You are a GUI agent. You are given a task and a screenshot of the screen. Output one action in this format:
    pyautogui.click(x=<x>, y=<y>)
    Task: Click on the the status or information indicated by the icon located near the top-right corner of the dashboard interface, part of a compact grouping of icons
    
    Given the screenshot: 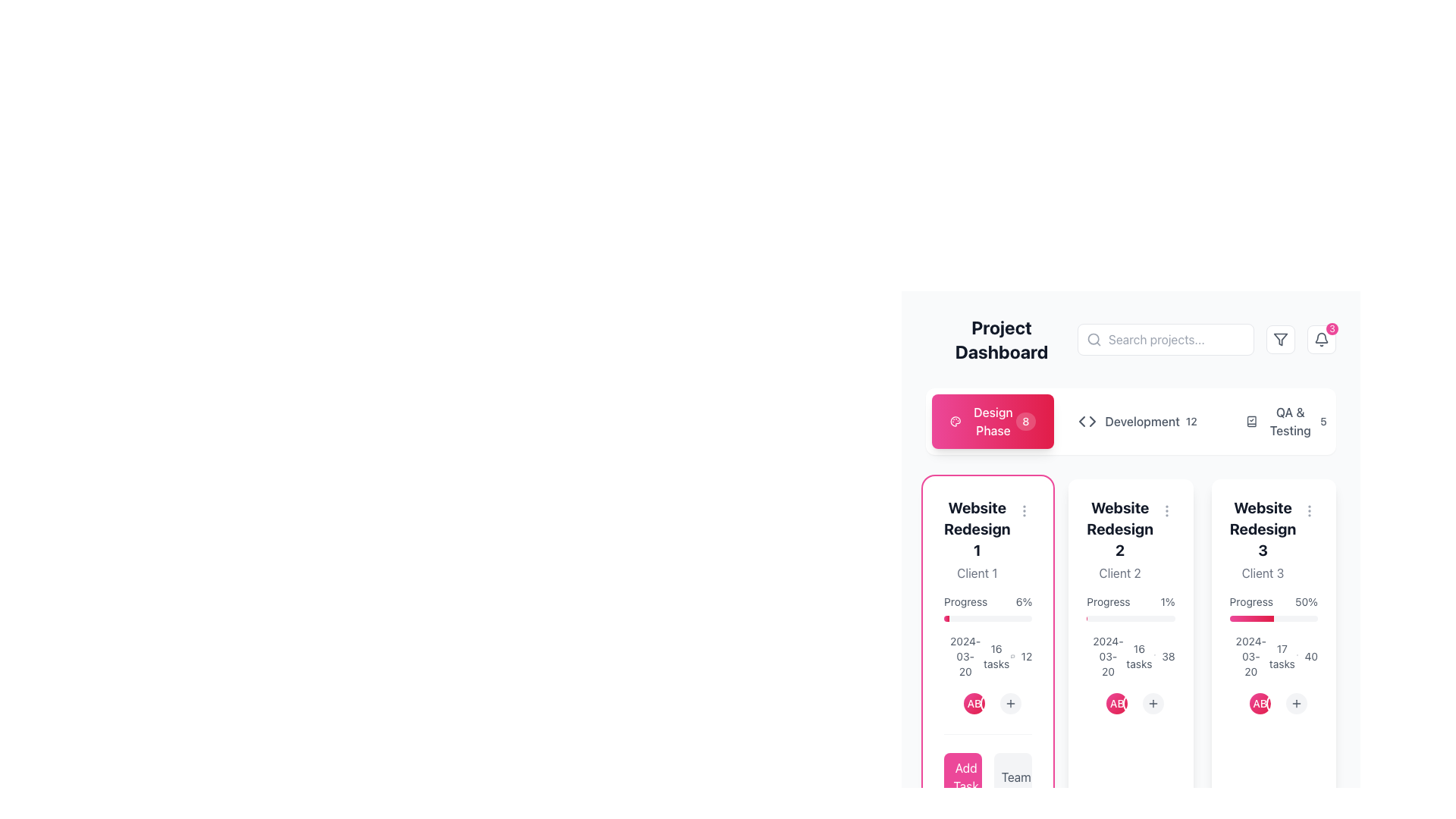 What is the action you would take?
    pyautogui.click(x=1251, y=421)
    